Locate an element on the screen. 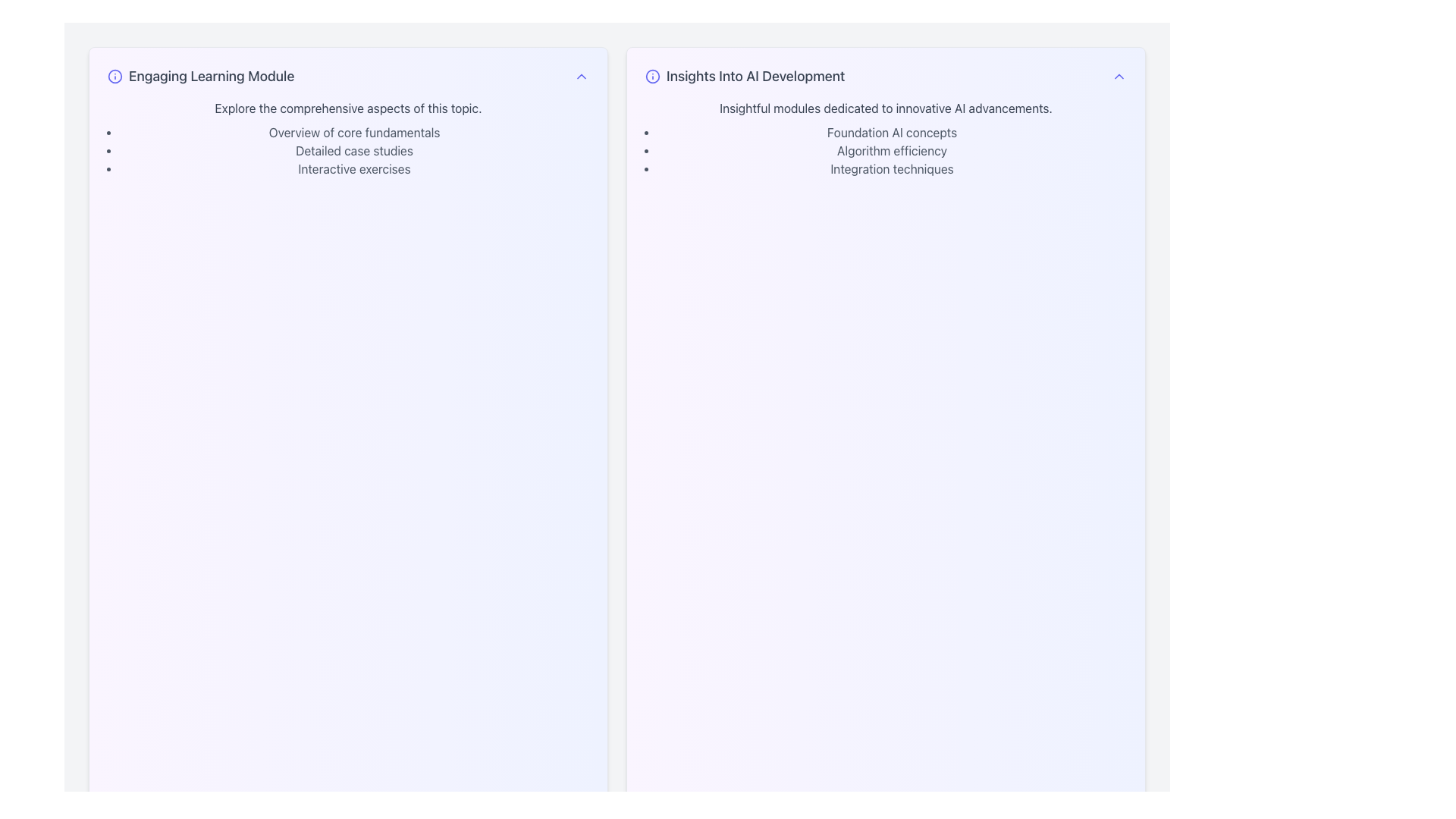 The width and height of the screenshot is (1456, 819). text item that contains 'Foundation AI concepts', which is the first item in a bulleted list within the panel titled 'Insights Into AI Development' is located at coordinates (892, 131).